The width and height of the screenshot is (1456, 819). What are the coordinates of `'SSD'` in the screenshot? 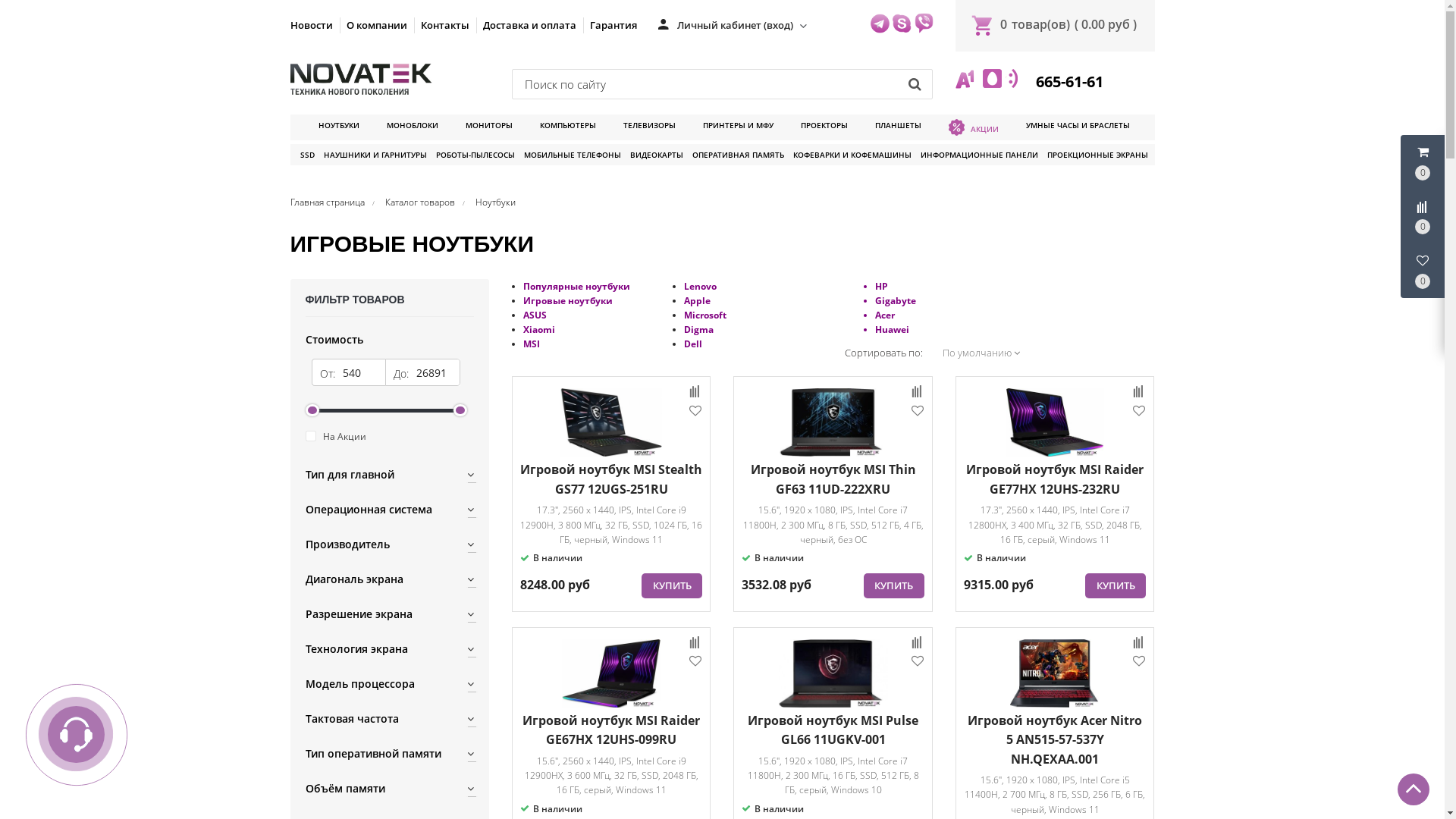 It's located at (306, 155).